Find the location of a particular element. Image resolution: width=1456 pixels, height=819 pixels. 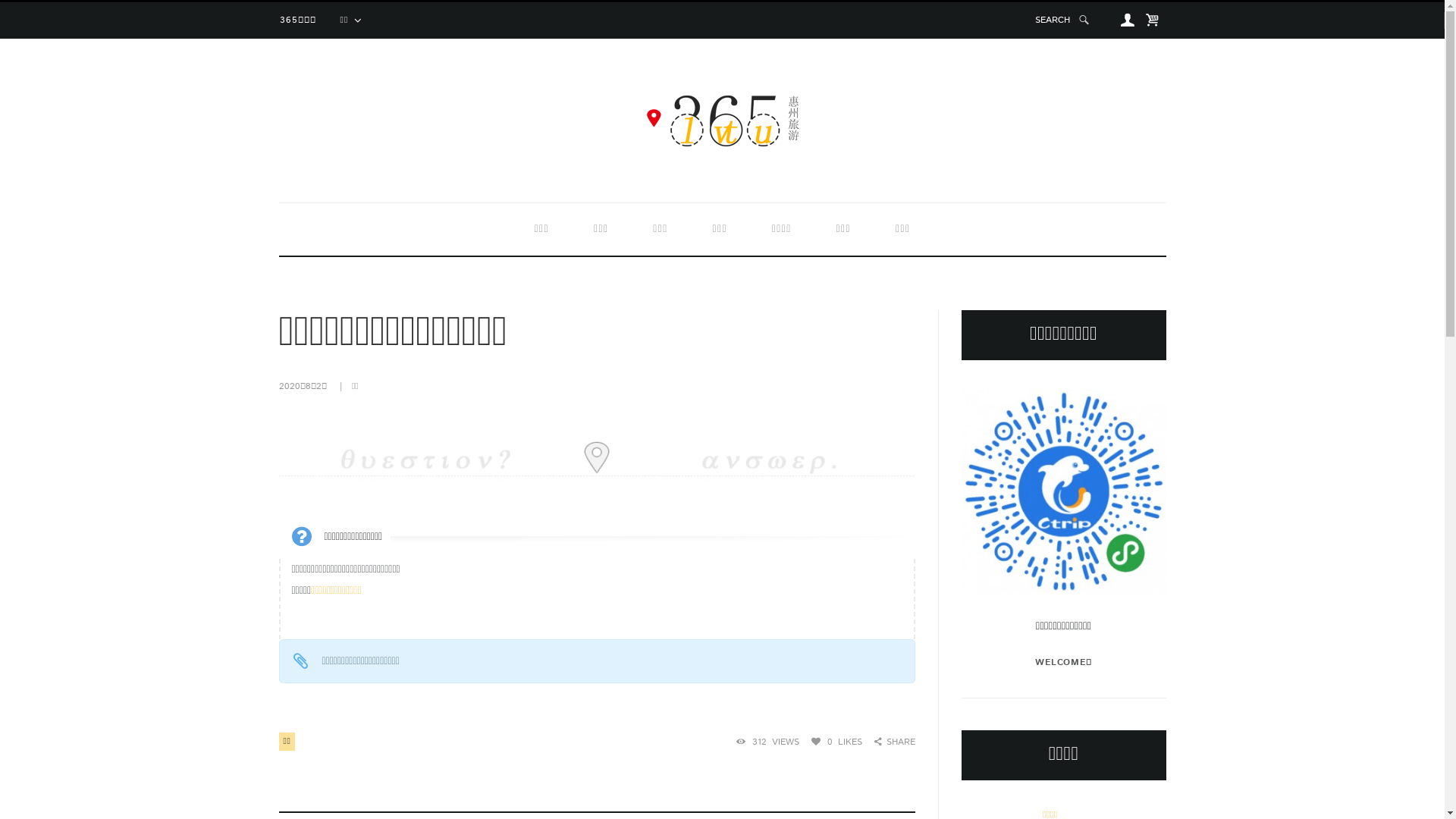

'SHARE' is located at coordinates (874, 741).